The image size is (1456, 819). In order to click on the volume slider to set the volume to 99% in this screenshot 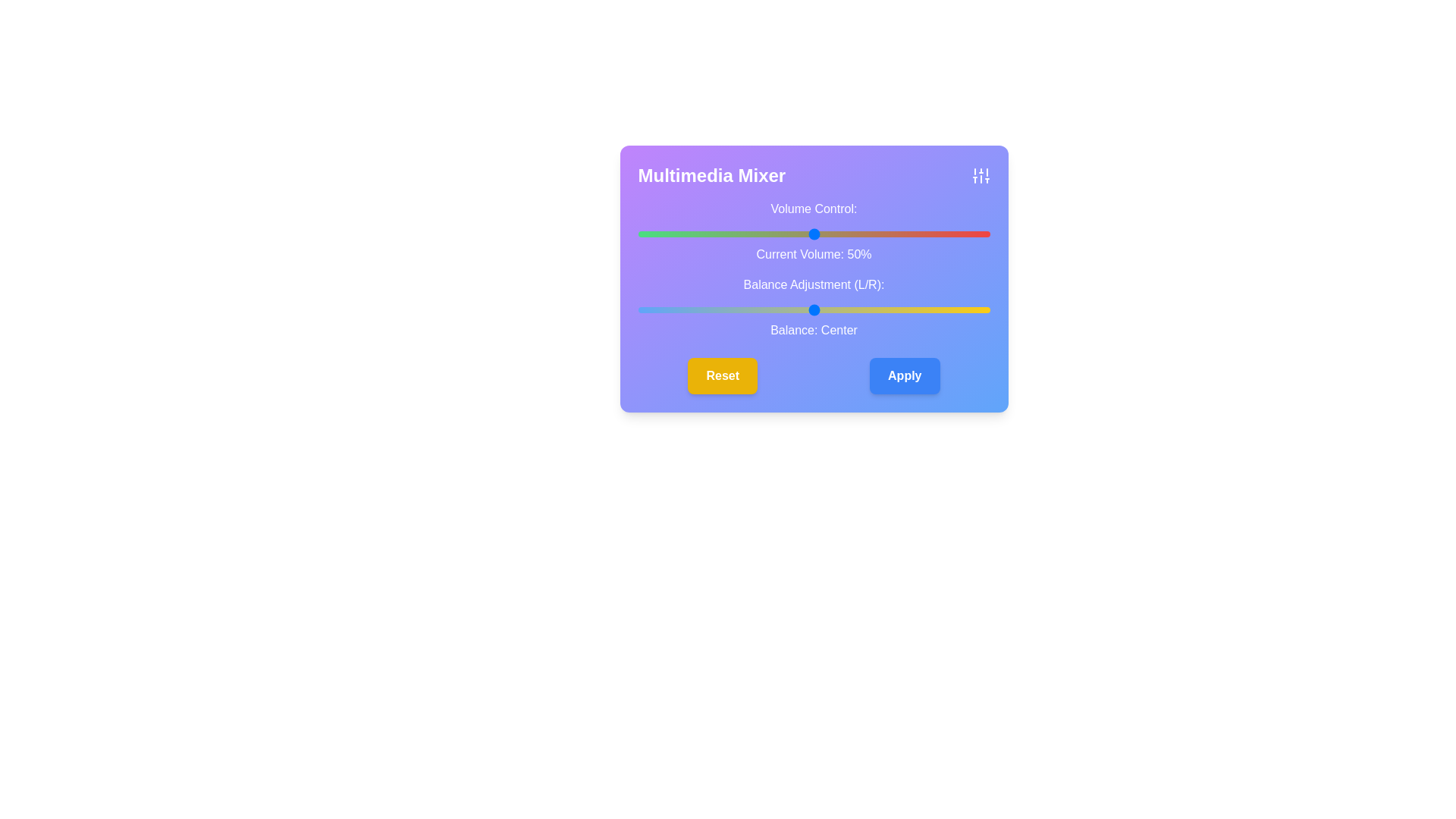, I will do `click(986, 234)`.